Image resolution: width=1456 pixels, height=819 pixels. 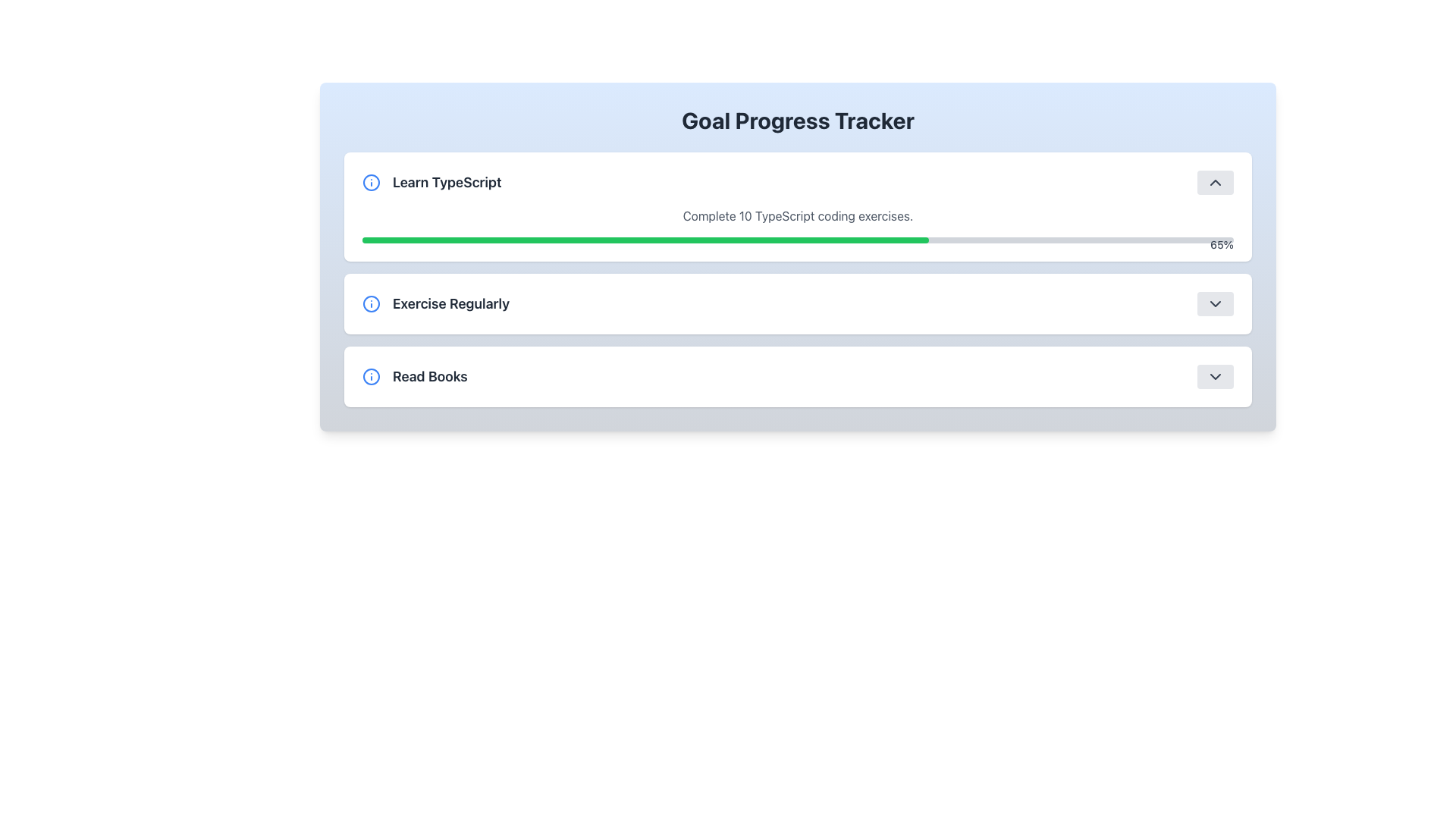 I want to click on the blue SVG circle element that is part of the information icon located to the left of the 'Learn TypeScript' title in the goal tracker interface, so click(x=371, y=181).